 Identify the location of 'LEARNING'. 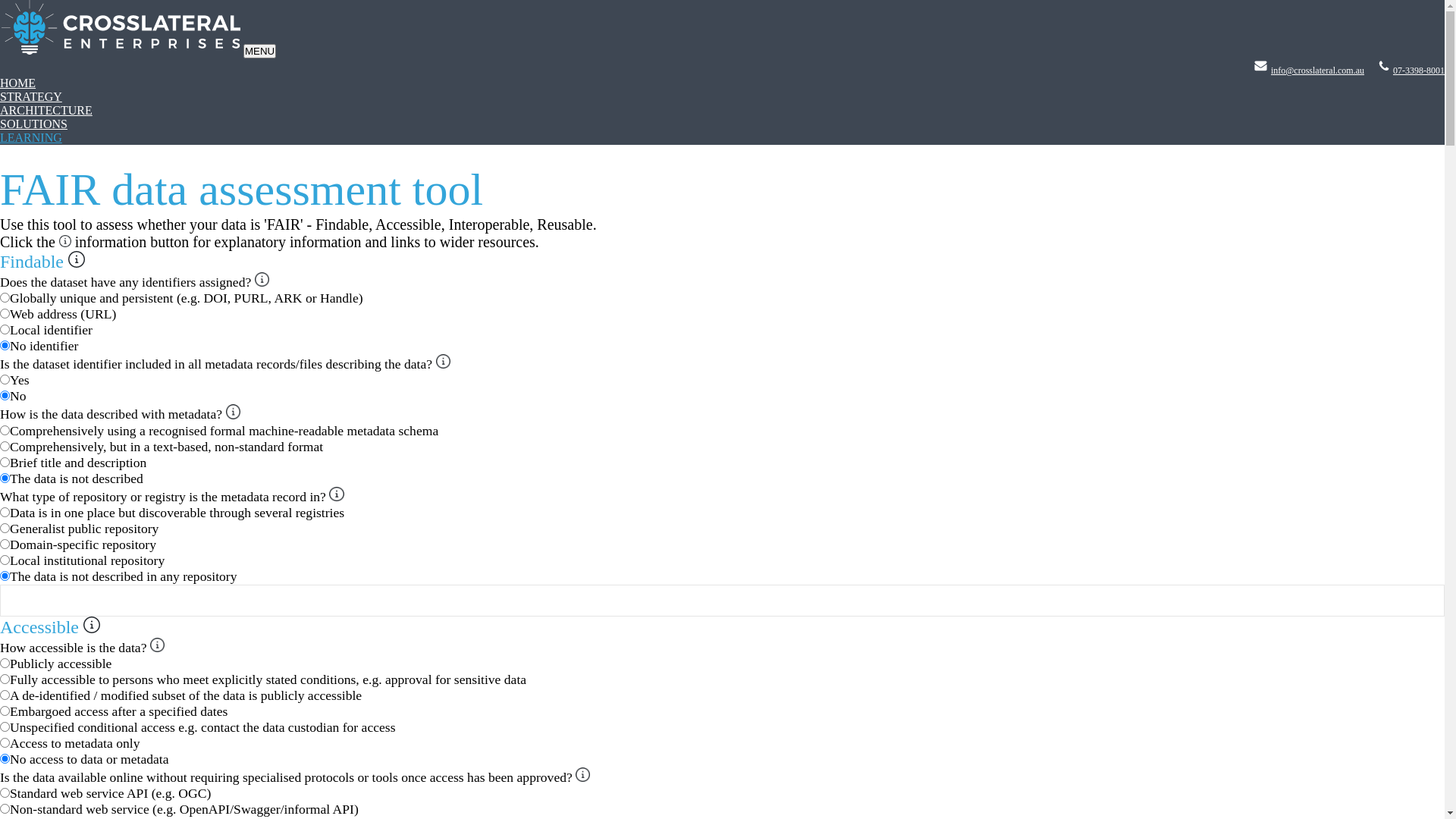
(0, 137).